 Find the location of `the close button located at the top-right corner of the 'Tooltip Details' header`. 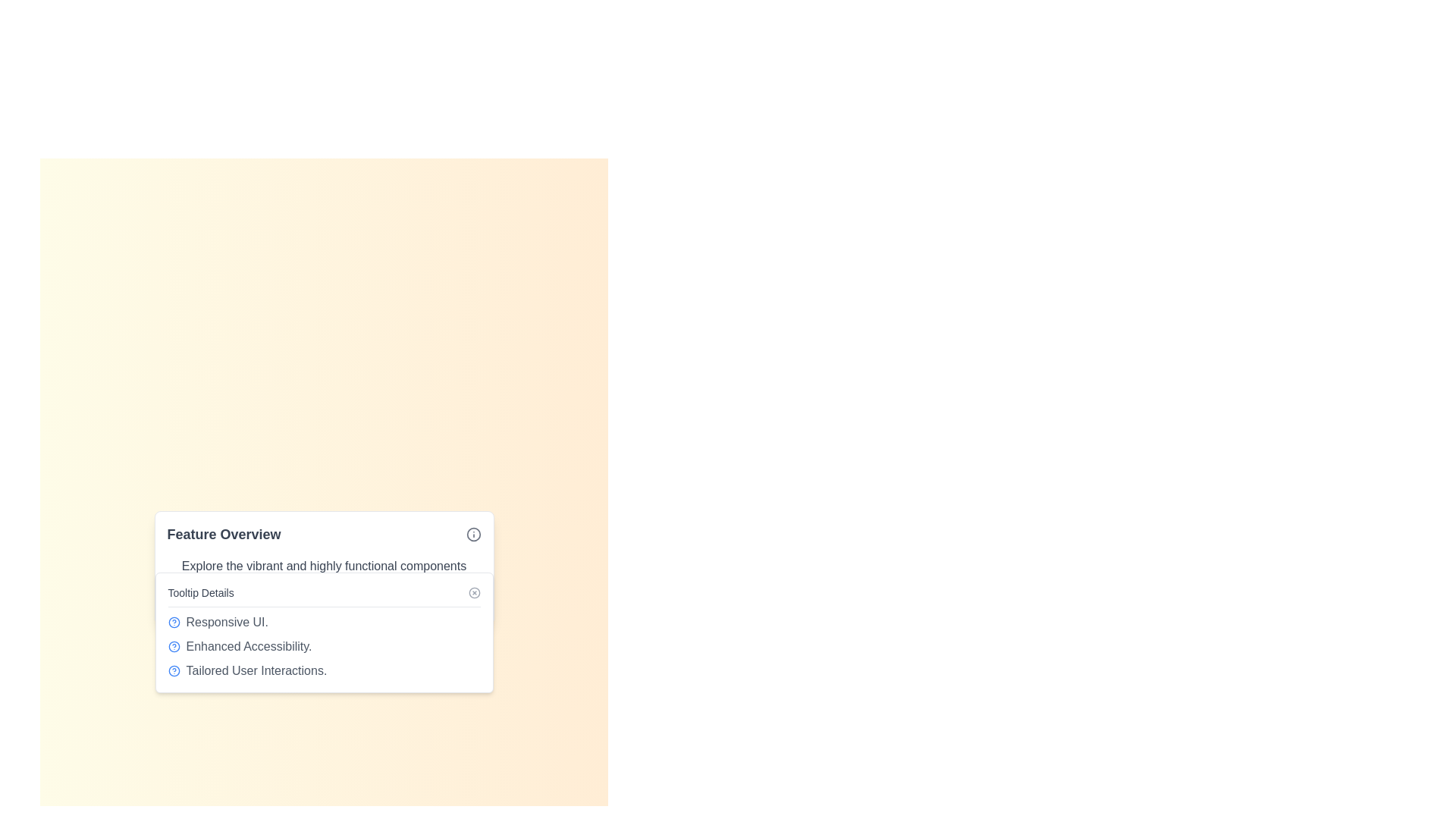

the close button located at the top-right corner of the 'Tooltip Details' header is located at coordinates (473, 592).